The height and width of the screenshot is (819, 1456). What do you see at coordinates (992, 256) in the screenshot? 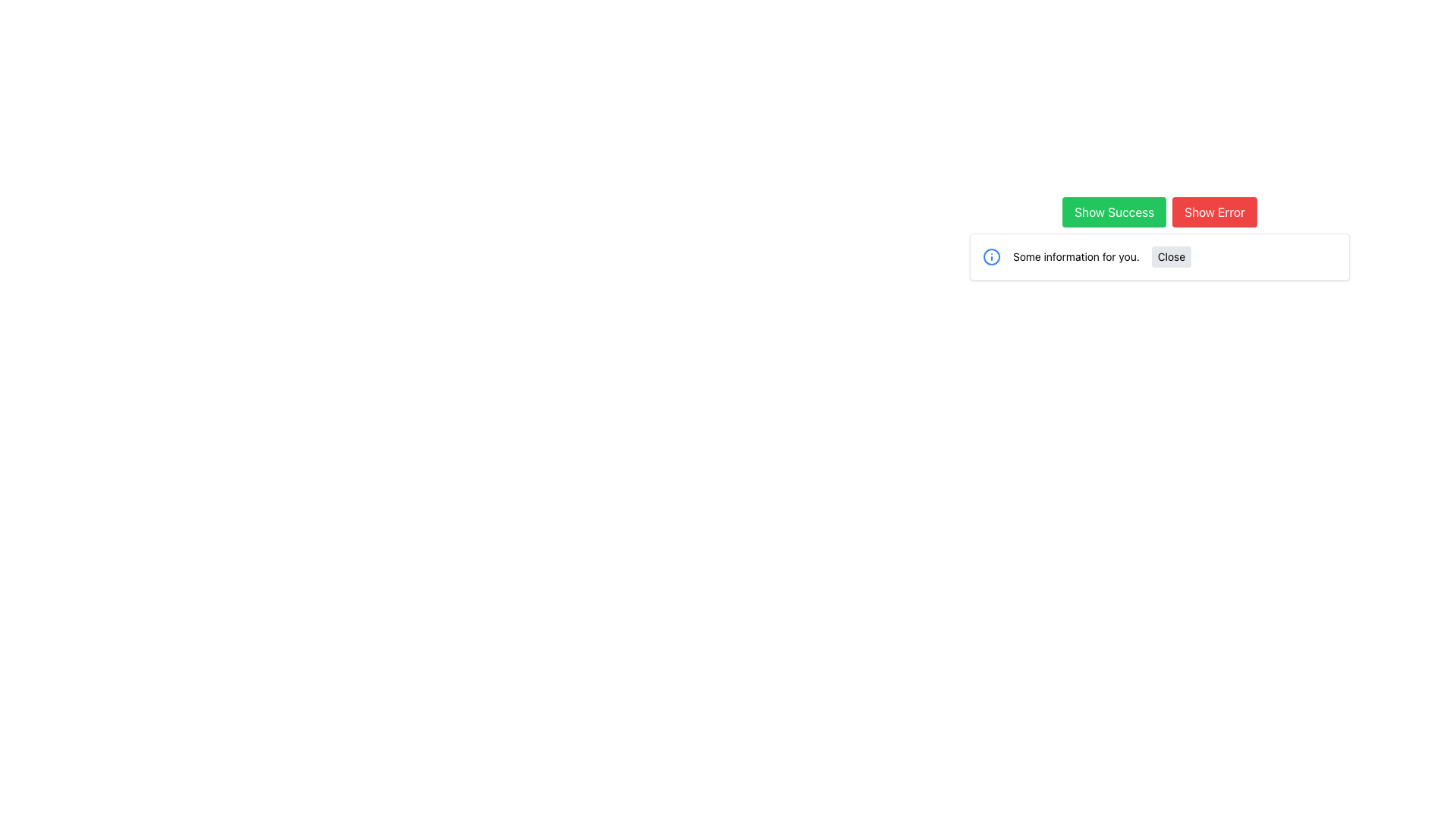
I see `the central circle of the informational icon with a blue outline` at bounding box center [992, 256].